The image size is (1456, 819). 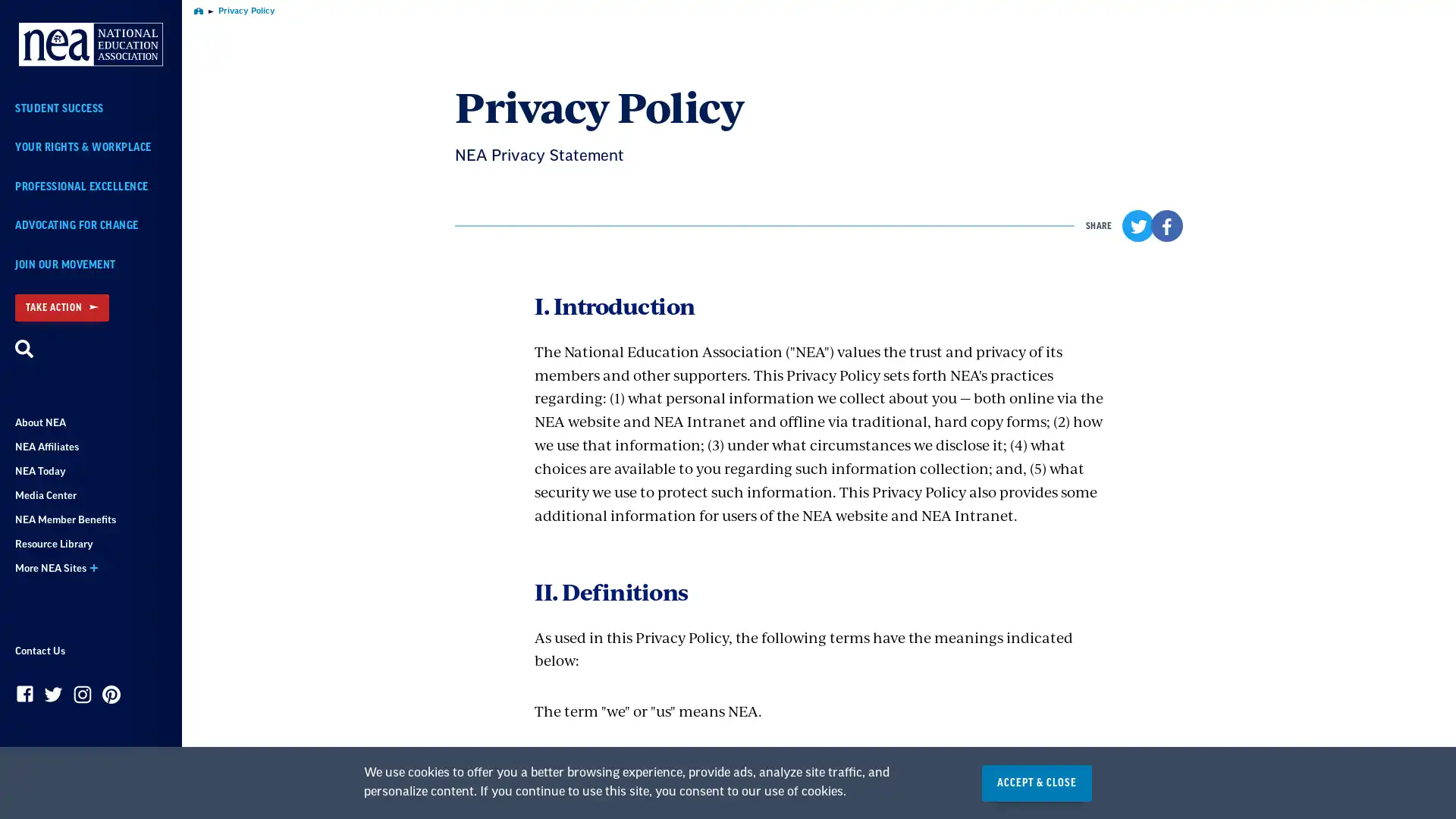 I want to click on ACCEPT & CLOSE, so click(x=1036, y=783).